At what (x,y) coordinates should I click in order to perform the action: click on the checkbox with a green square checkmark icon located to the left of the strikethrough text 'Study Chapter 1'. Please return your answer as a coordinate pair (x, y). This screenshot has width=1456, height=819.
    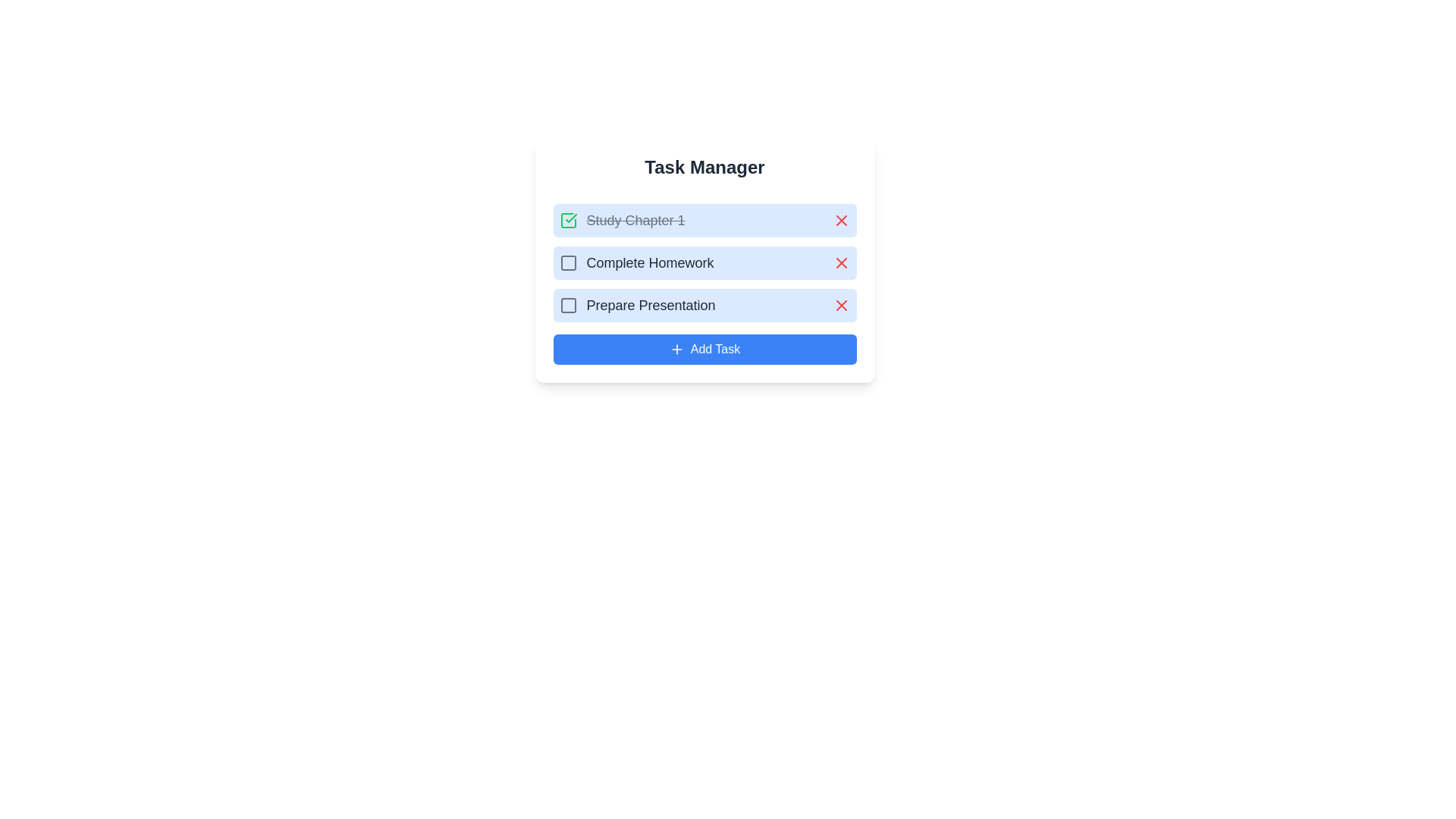
    Looking at the image, I should click on (567, 220).